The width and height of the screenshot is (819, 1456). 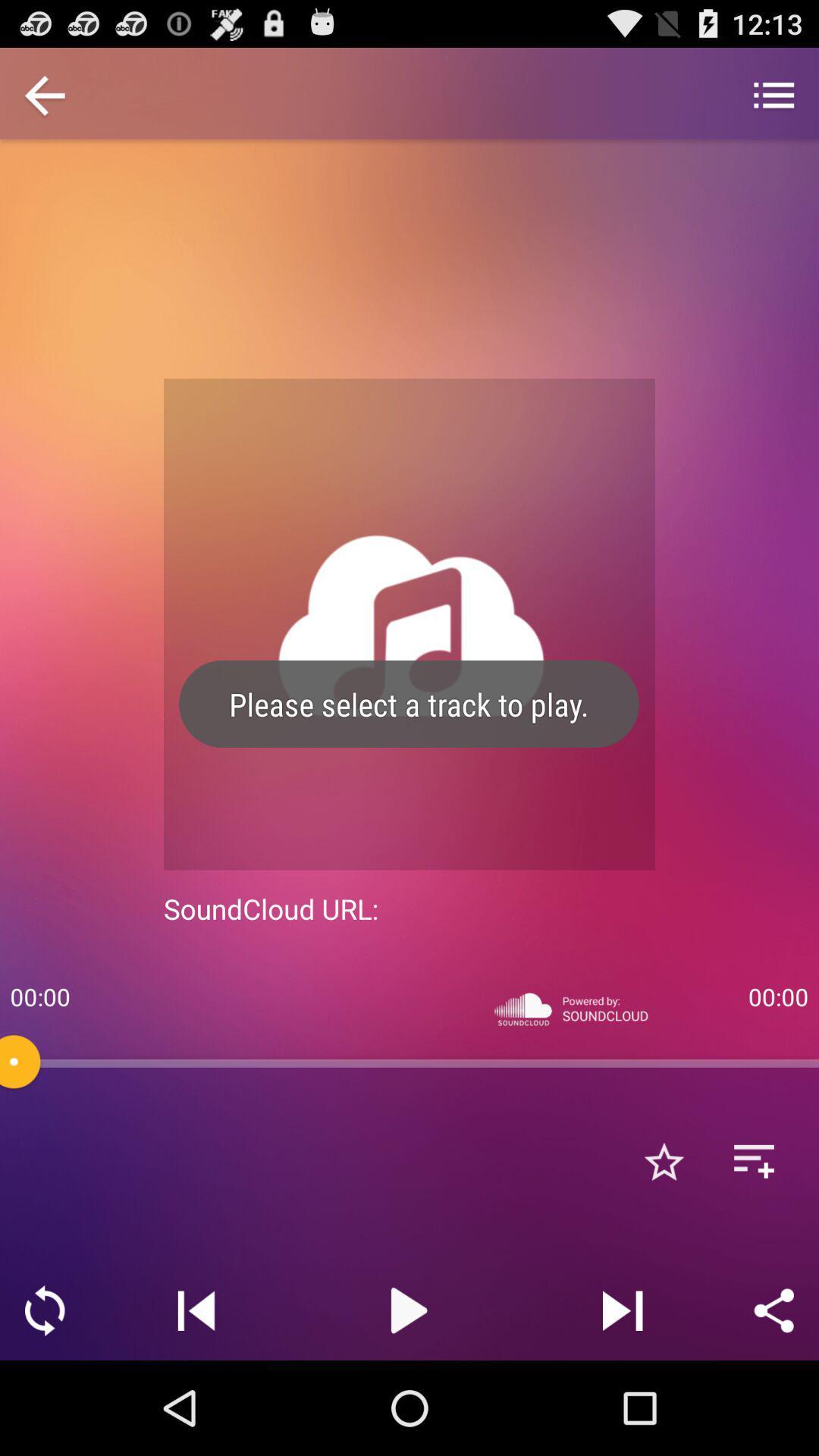 What do you see at coordinates (409, 1401) in the screenshot?
I see `the play icon` at bounding box center [409, 1401].